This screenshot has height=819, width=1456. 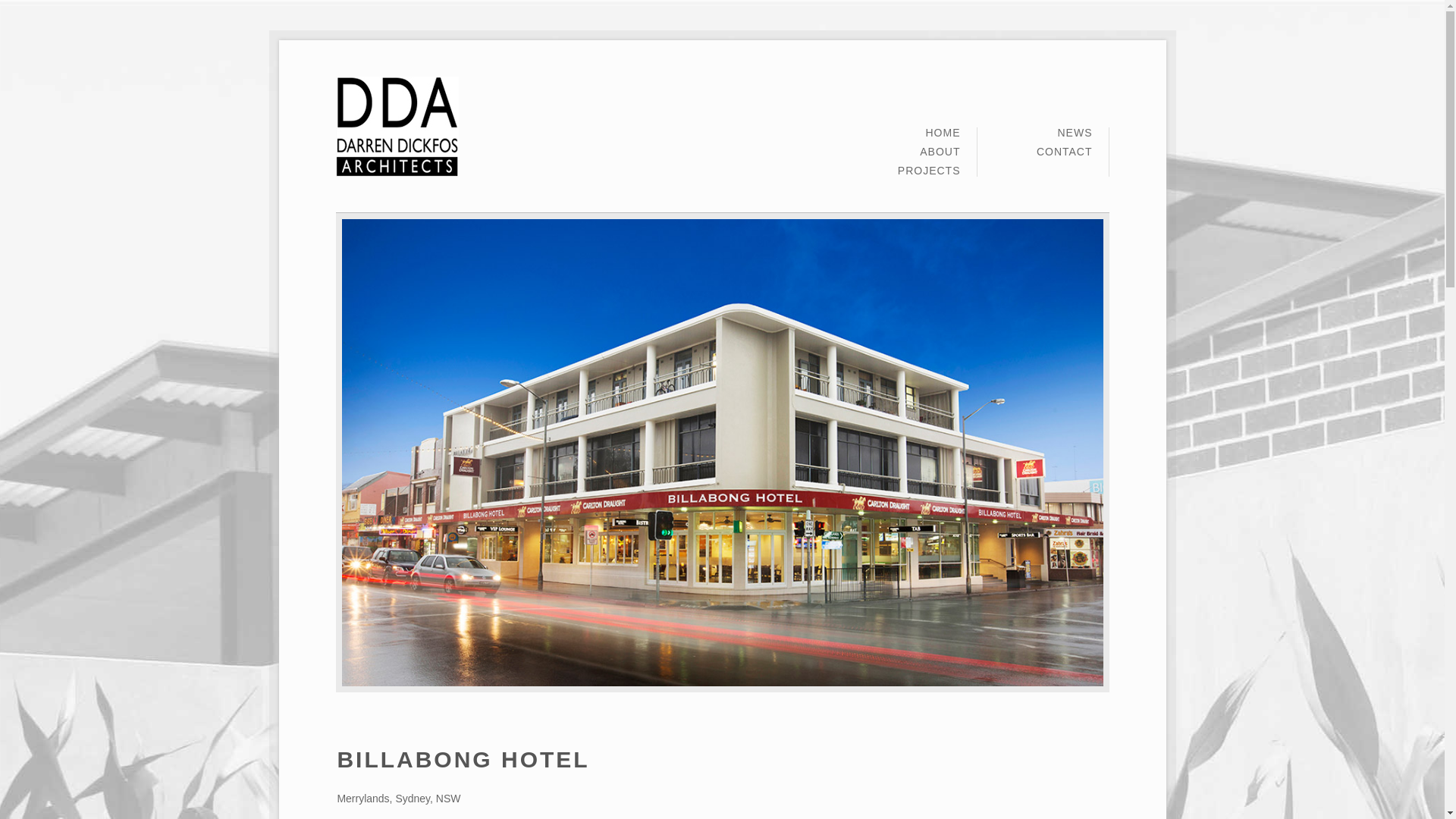 What do you see at coordinates (939, 155) in the screenshot?
I see `'ABOUT'` at bounding box center [939, 155].